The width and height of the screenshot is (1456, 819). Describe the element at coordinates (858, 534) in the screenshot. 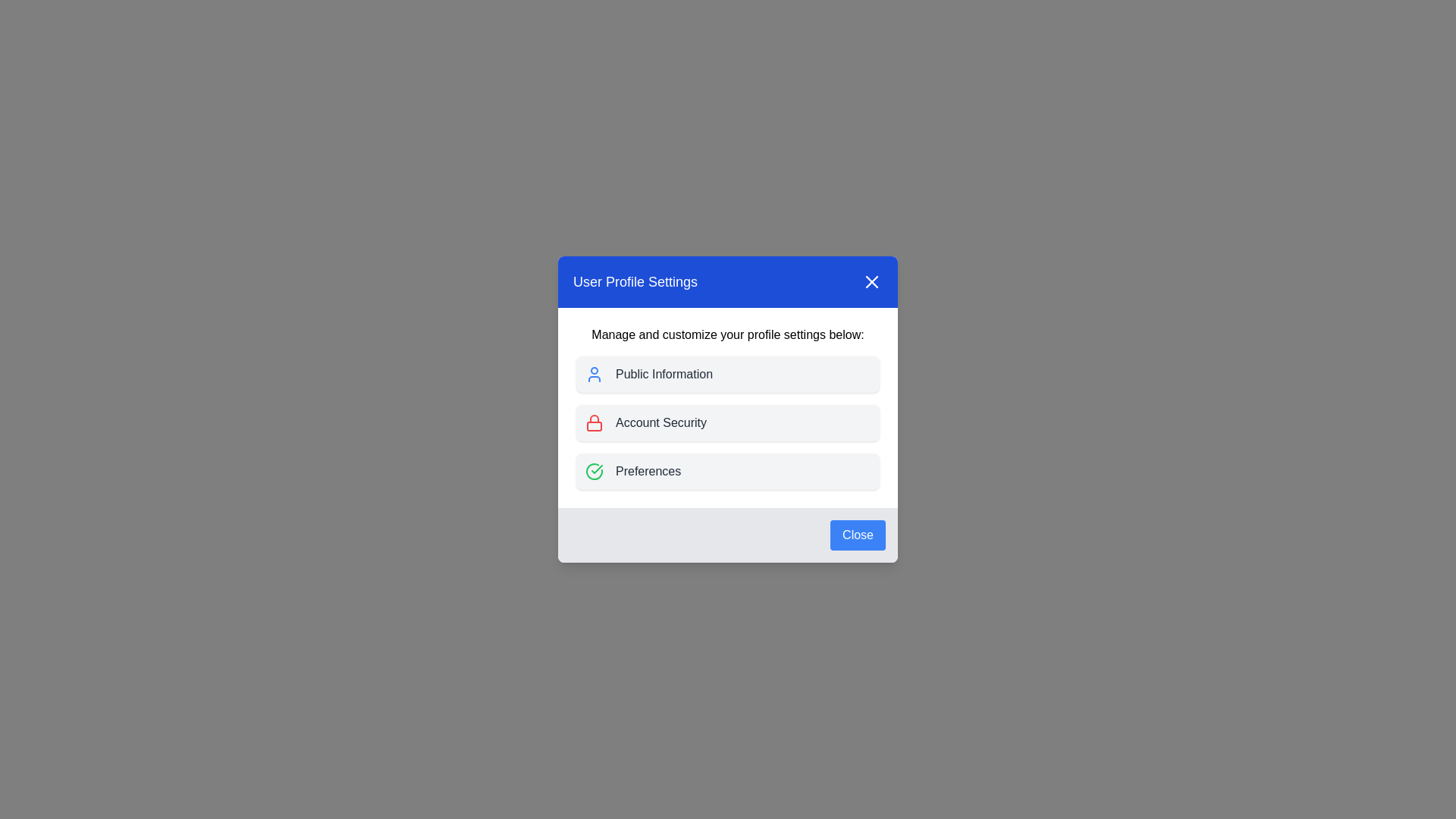

I see `the close button in the footer to dismiss the dialog` at that location.